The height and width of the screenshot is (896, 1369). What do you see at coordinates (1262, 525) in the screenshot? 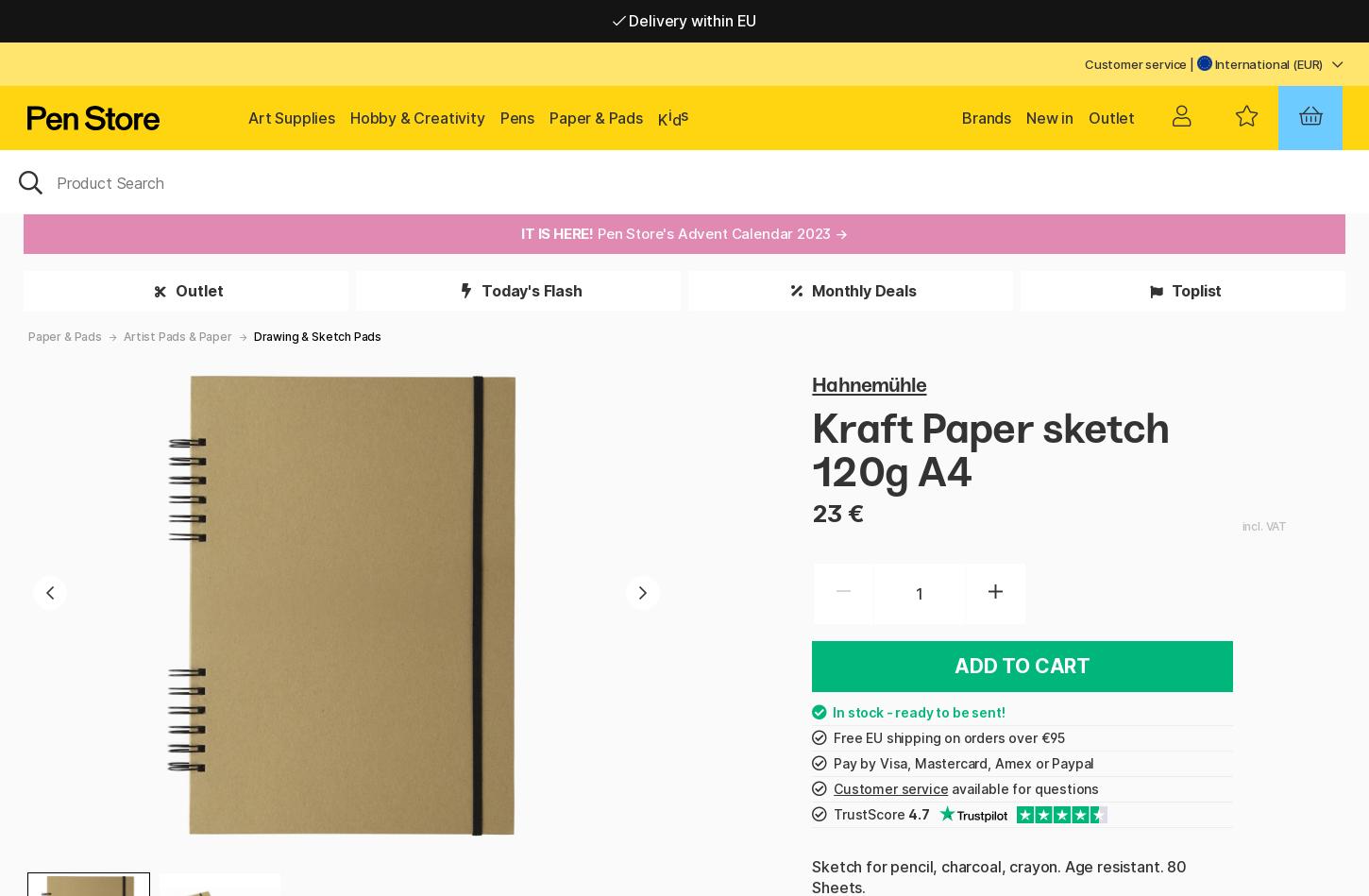
I see `'incl. VAT'` at bounding box center [1262, 525].